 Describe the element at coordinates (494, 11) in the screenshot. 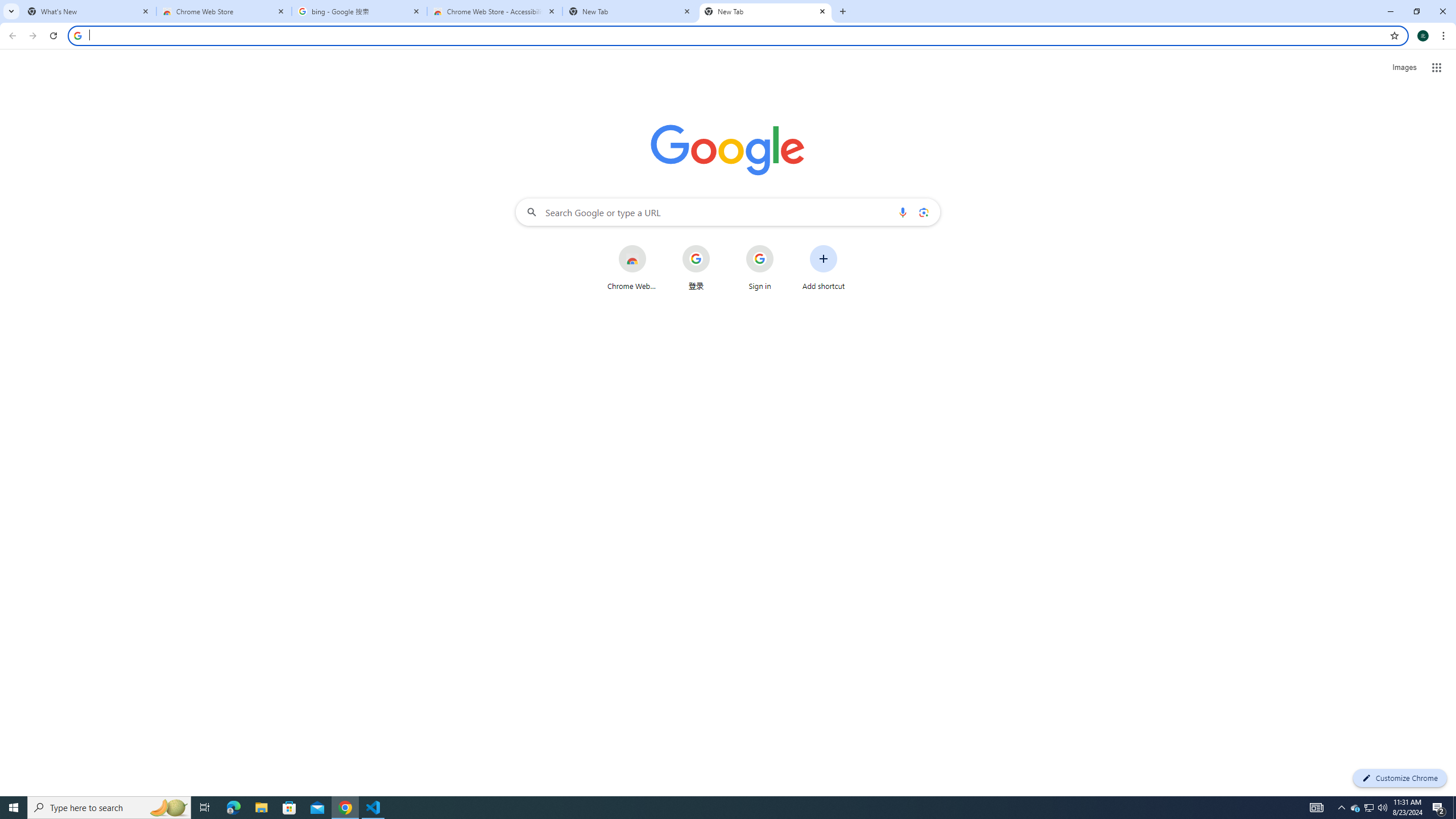

I see `'Chrome Web Store - Accessibility'` at that location.